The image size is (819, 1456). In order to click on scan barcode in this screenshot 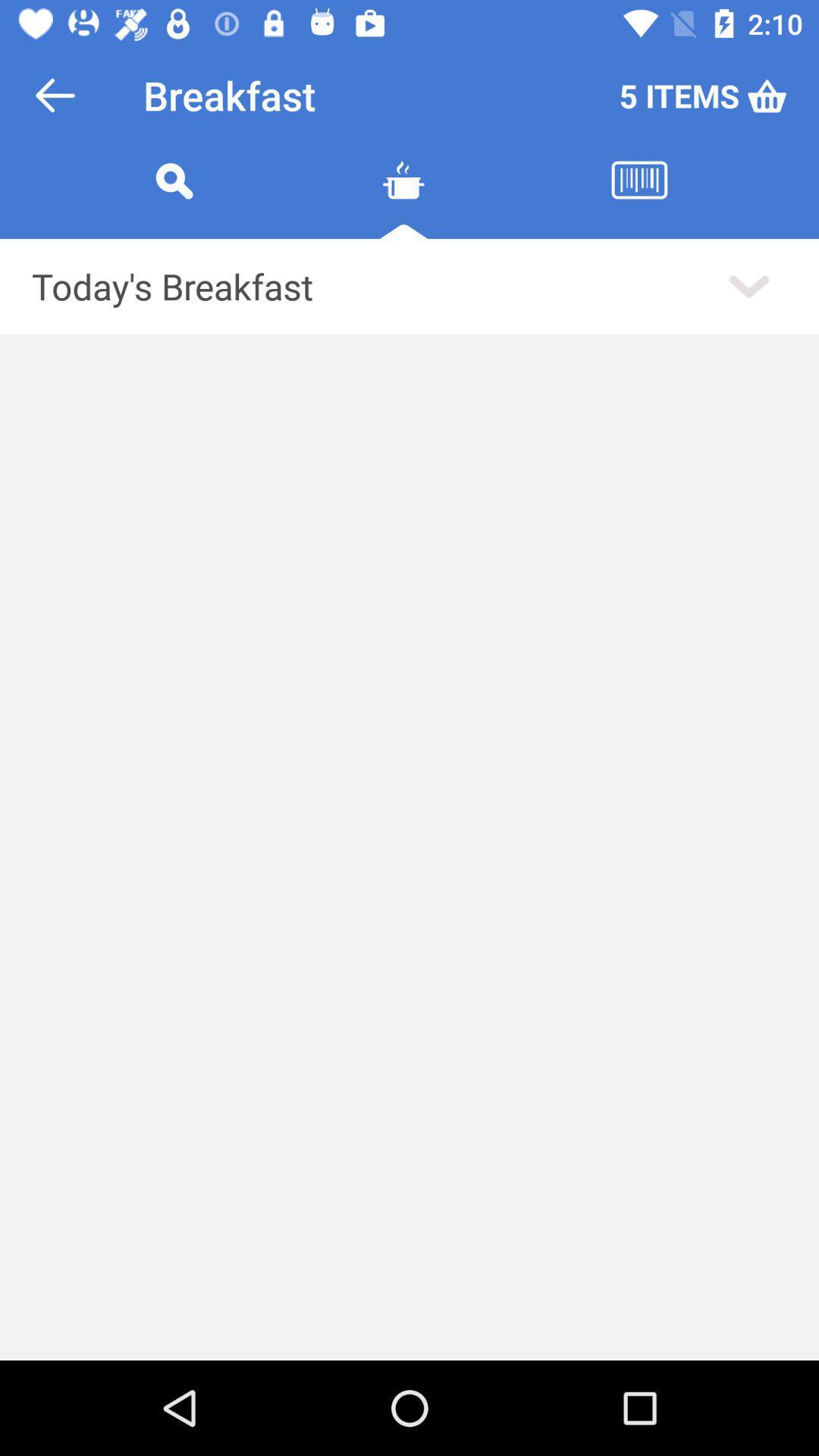, I will do `click(639, 198)`.